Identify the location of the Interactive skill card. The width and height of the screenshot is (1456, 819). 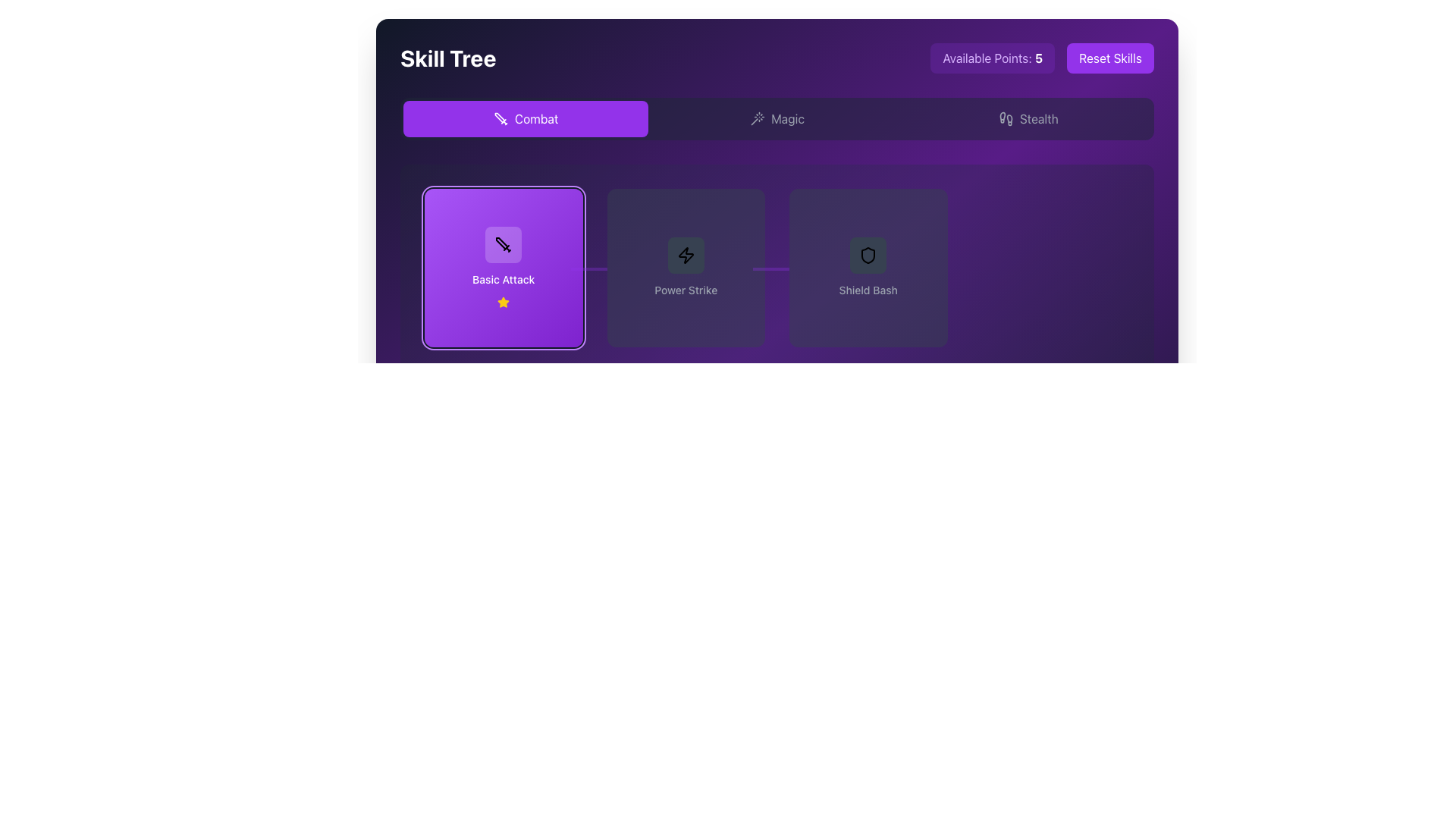
(868, 267).